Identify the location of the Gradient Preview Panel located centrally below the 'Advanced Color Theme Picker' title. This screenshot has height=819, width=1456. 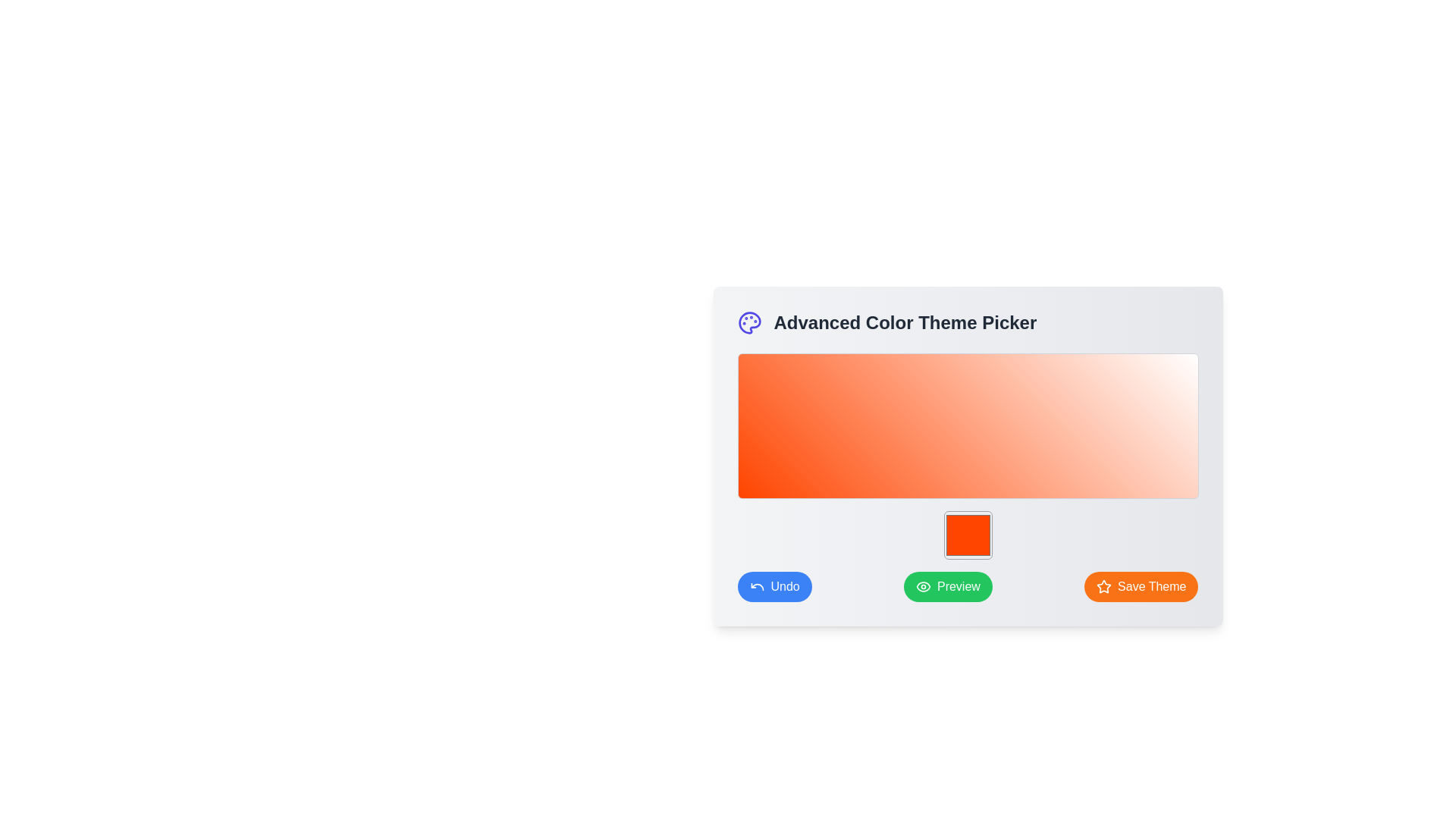
(967, 455).